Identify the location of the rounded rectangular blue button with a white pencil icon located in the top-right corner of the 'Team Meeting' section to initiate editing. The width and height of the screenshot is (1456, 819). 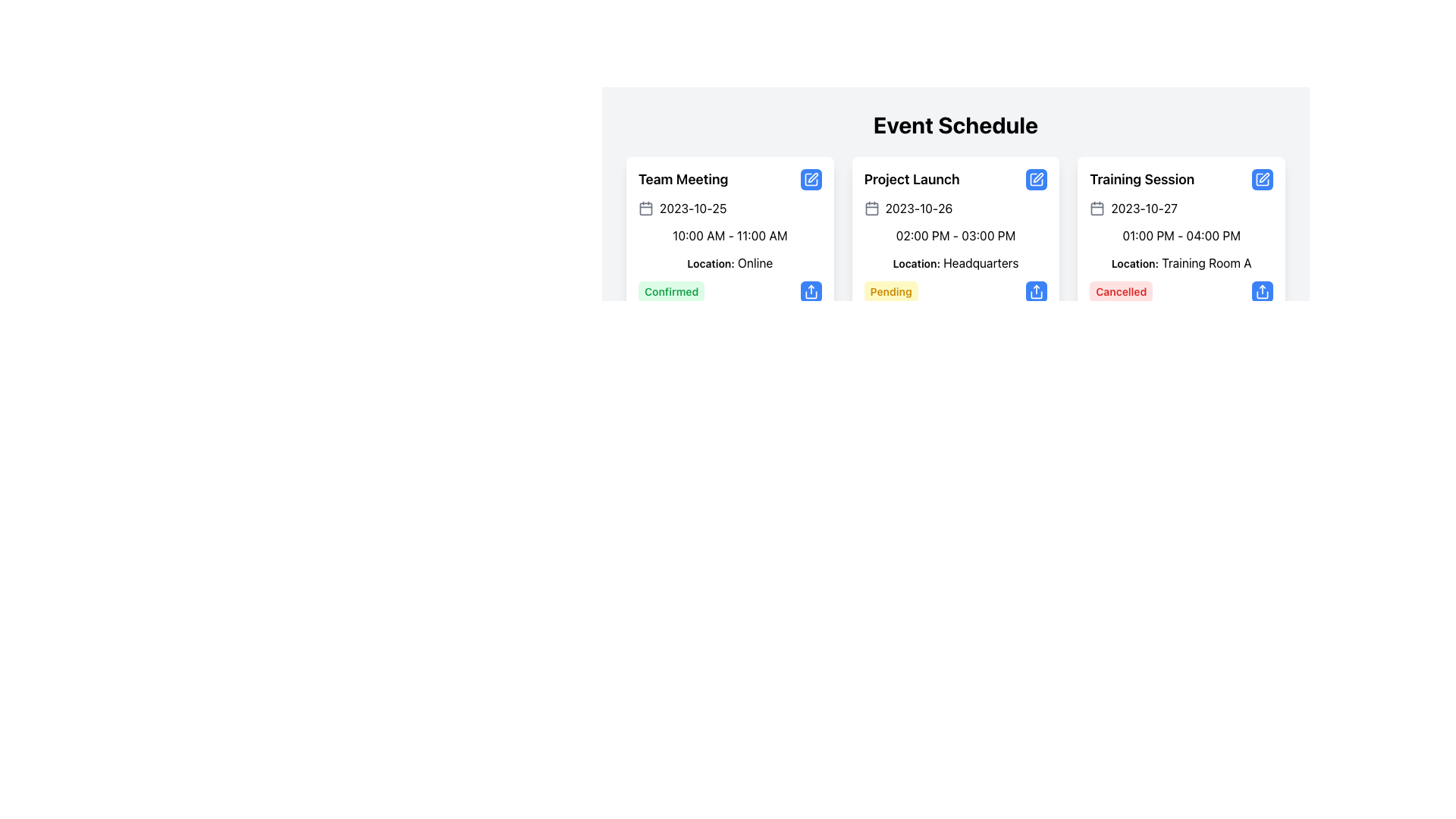
(810, 178).